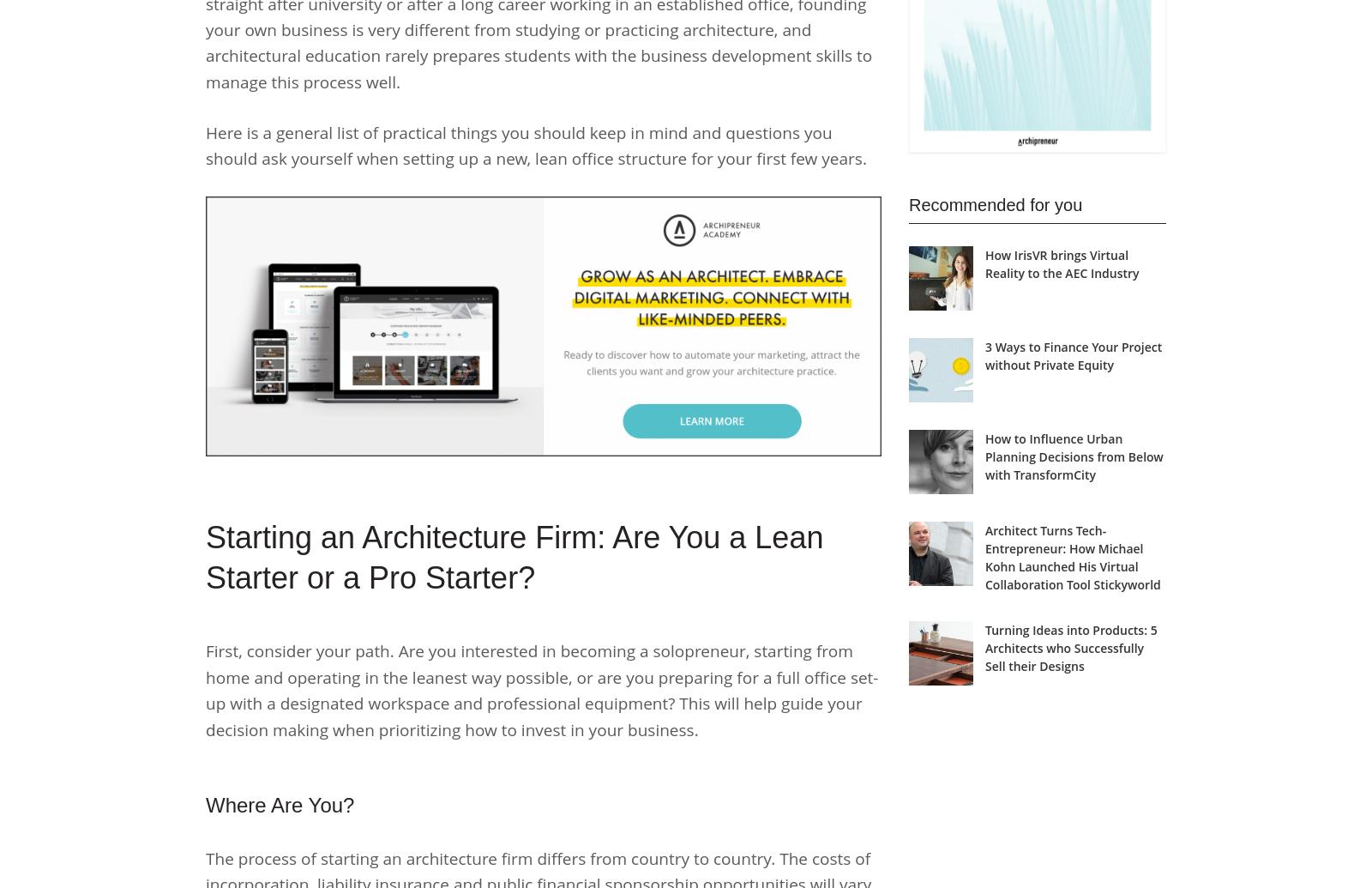 Image resolution: width=1372 pixels, height=888 pixels. What do you see at coordinates (995, 204) in the screenshot?
I see `'Recommended for you'` at bounding box center [995, 204].